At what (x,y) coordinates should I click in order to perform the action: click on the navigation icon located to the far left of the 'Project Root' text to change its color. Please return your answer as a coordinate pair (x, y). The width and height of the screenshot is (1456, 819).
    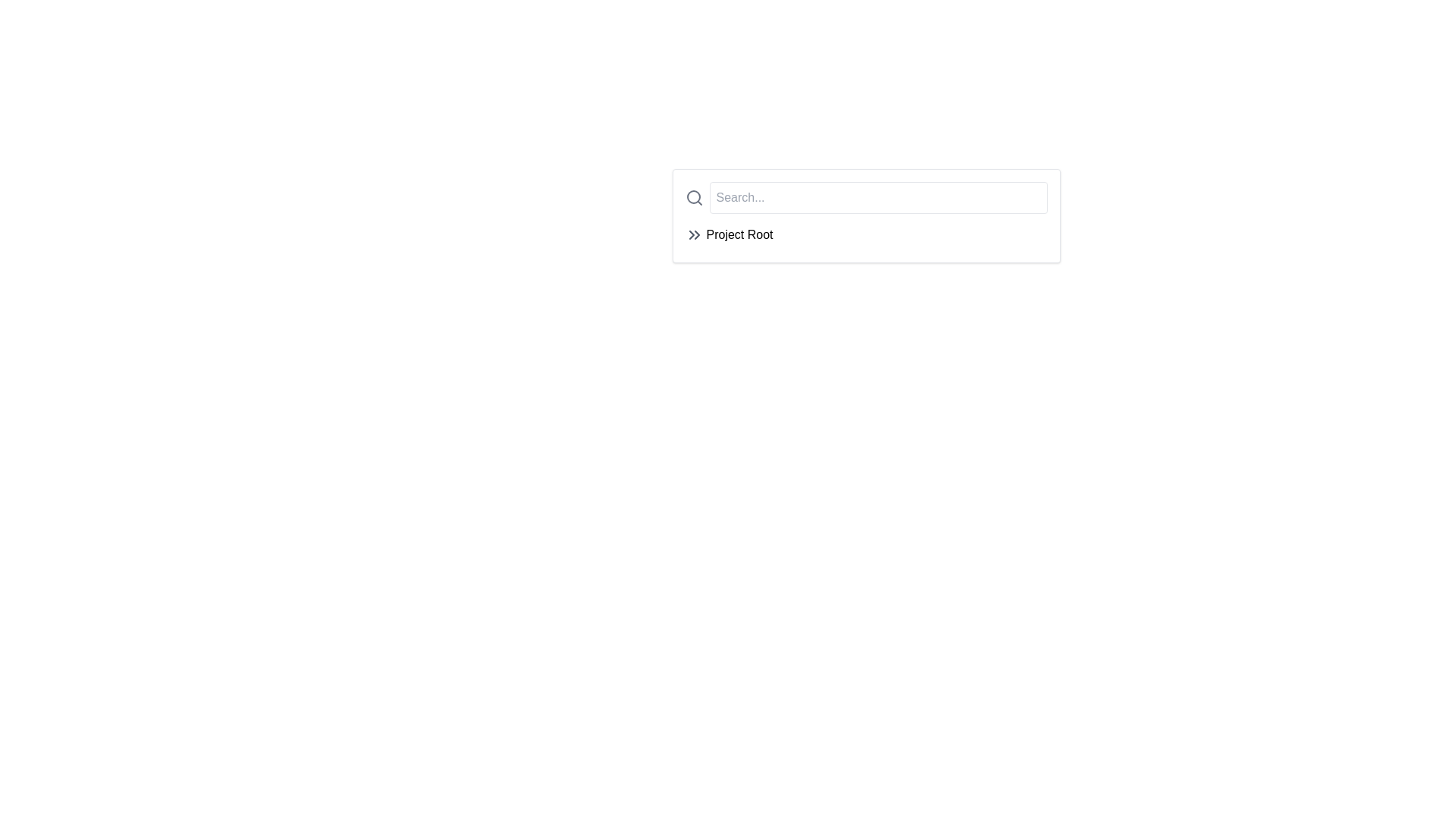
    Looking at the image, I should click on (693, 234).